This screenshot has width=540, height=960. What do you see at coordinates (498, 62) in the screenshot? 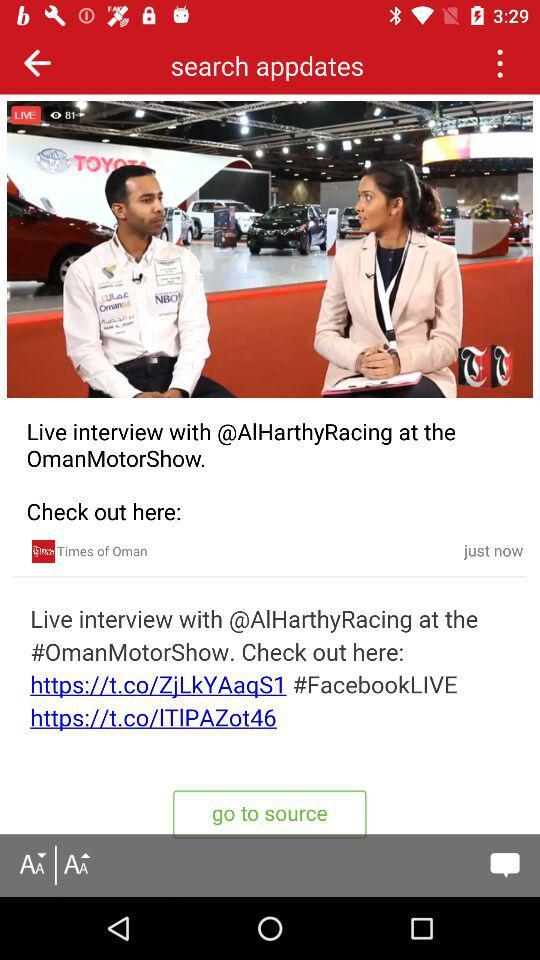
I see `the more icon` at bounding box center [498, 62].